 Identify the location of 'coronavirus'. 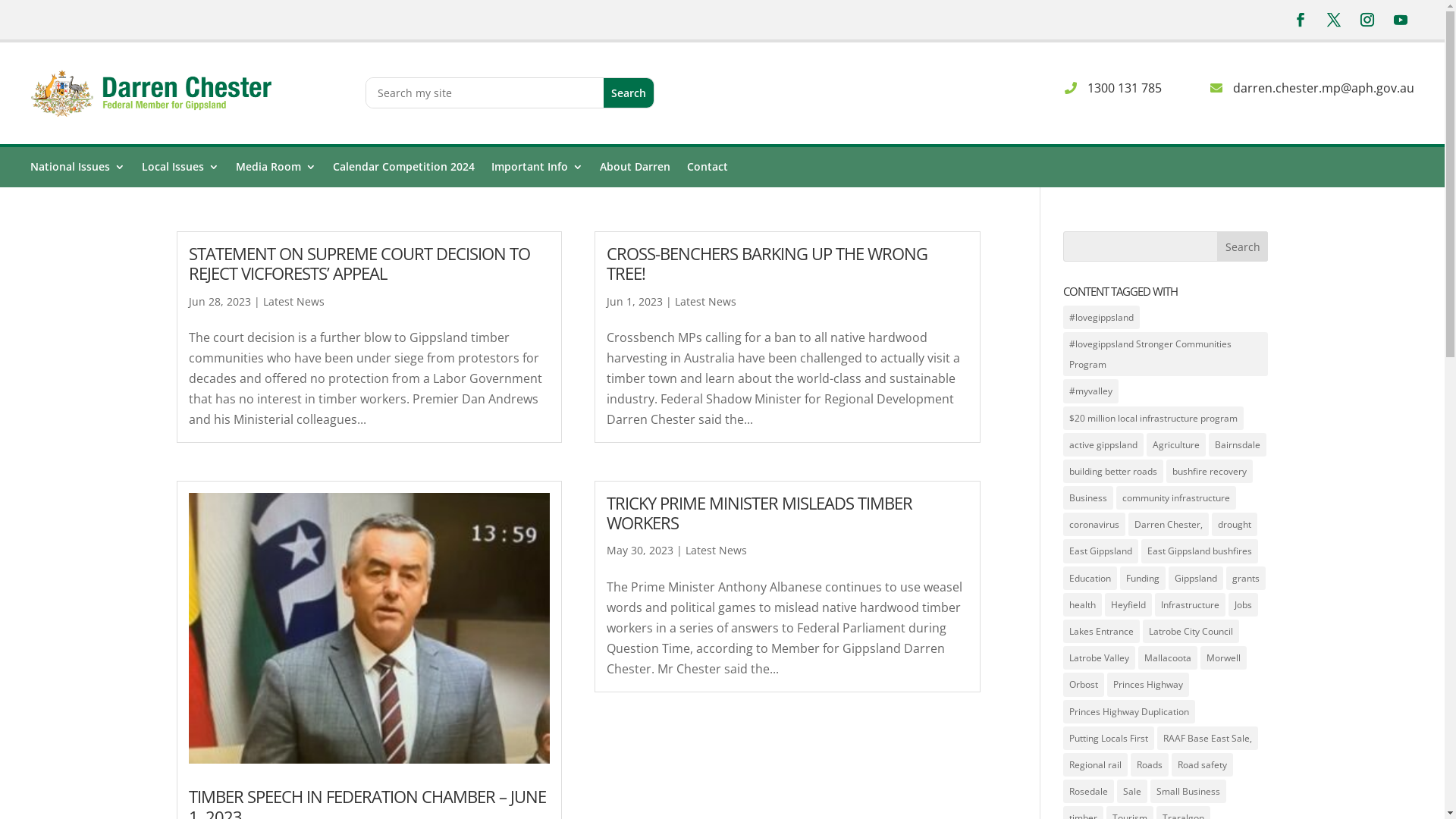
(1062, 523).